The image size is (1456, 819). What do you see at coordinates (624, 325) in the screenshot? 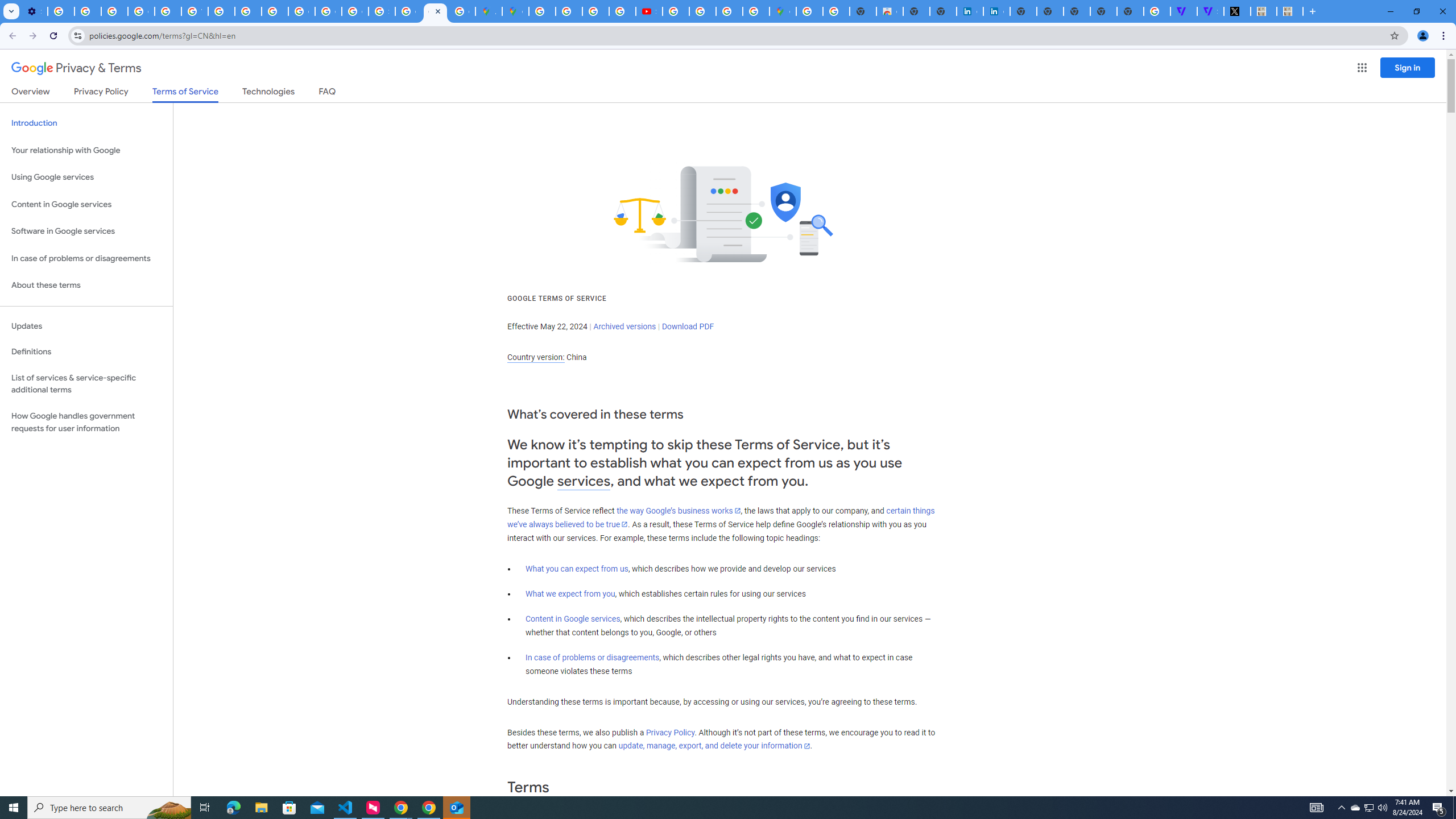
I see `'Archived versions'` at bounding box center [624, 325].